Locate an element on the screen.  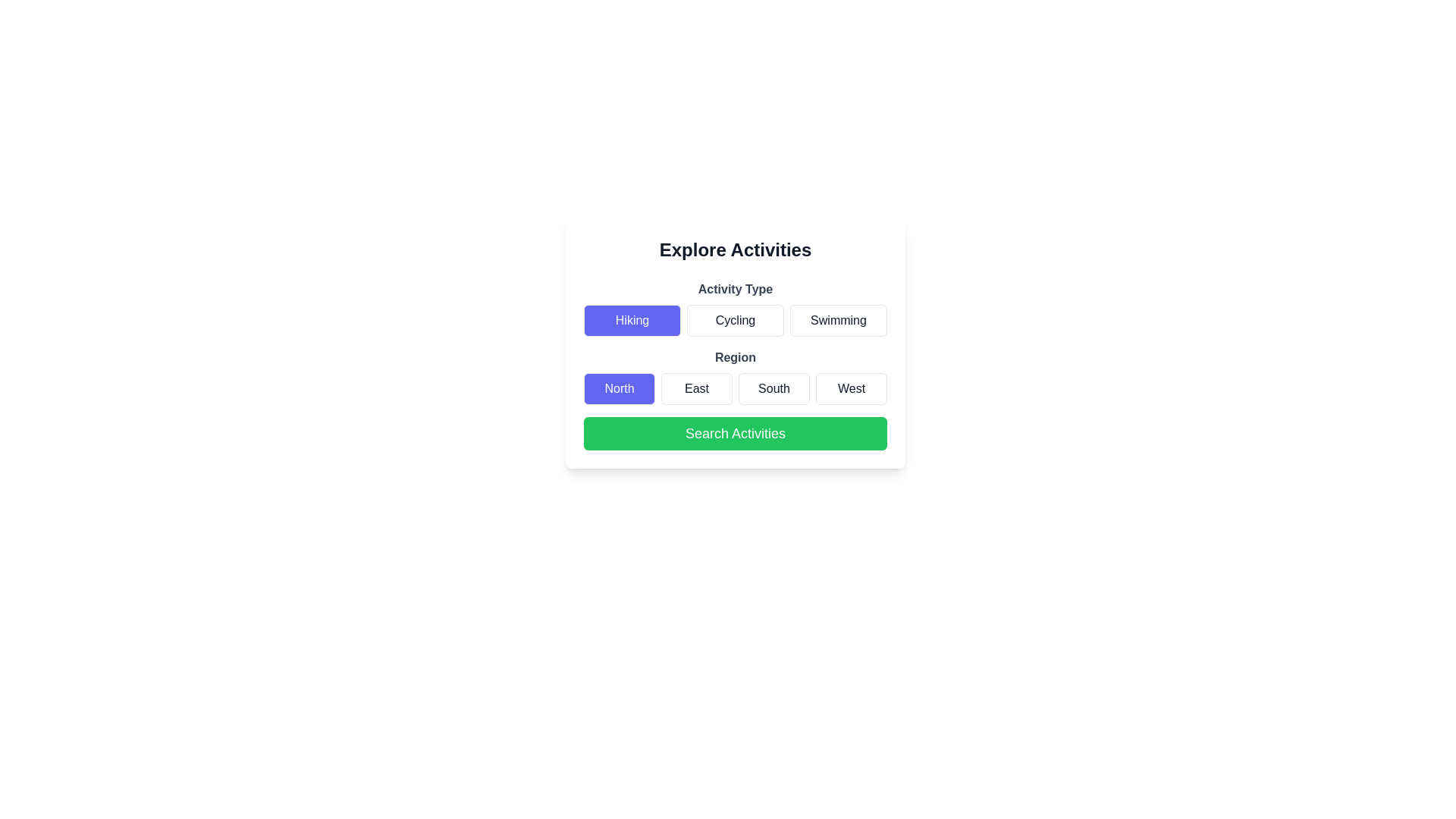
the 'West' button, which is a rectangular button with a light gray background and black text, positioned under the 'Region' heading in a grid layout is located at coordinates (852, 388).